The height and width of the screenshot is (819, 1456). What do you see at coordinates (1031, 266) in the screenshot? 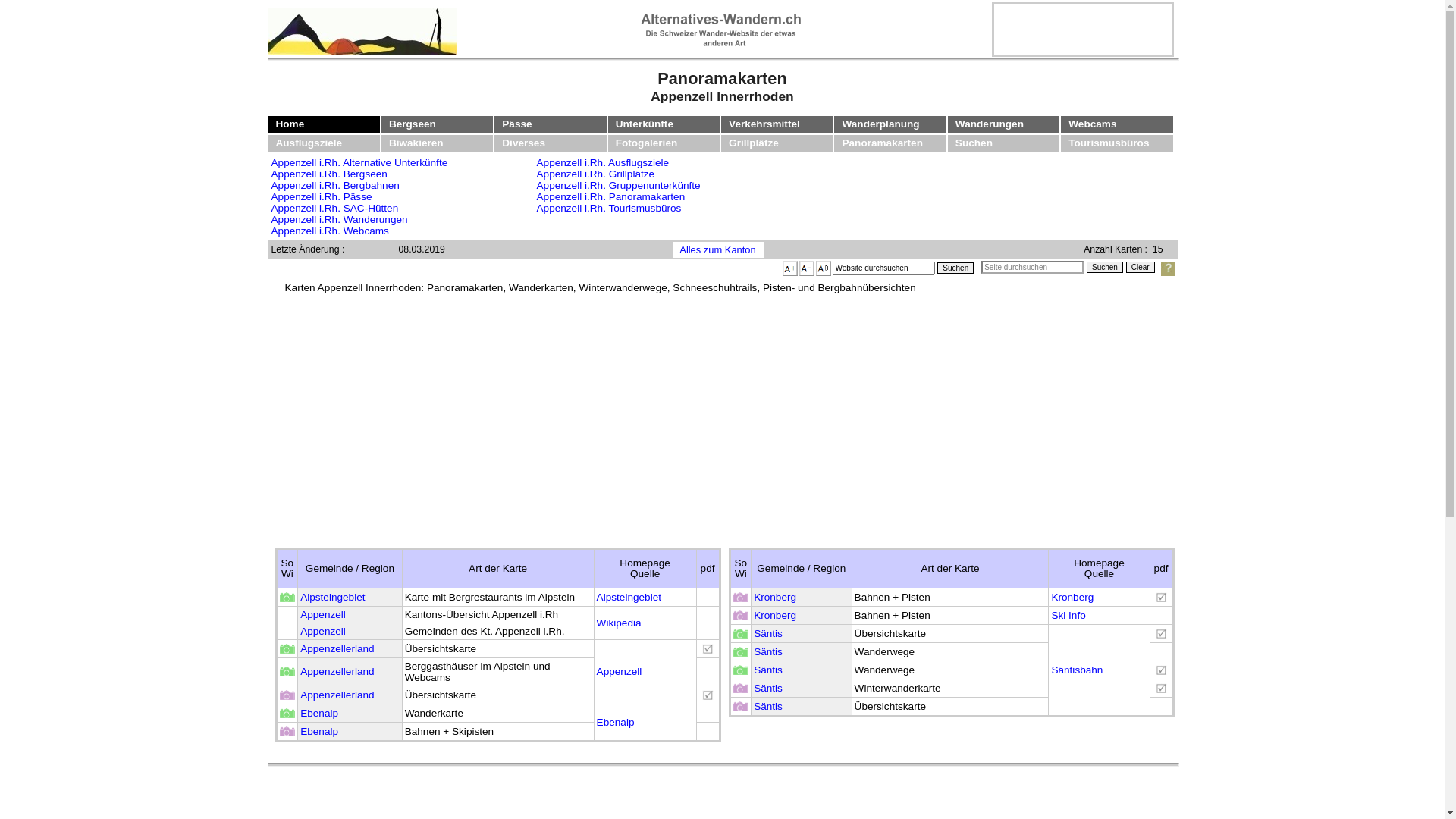
I see `'Suchen auf dieser Seite'` at bounding box center [1031, 266].